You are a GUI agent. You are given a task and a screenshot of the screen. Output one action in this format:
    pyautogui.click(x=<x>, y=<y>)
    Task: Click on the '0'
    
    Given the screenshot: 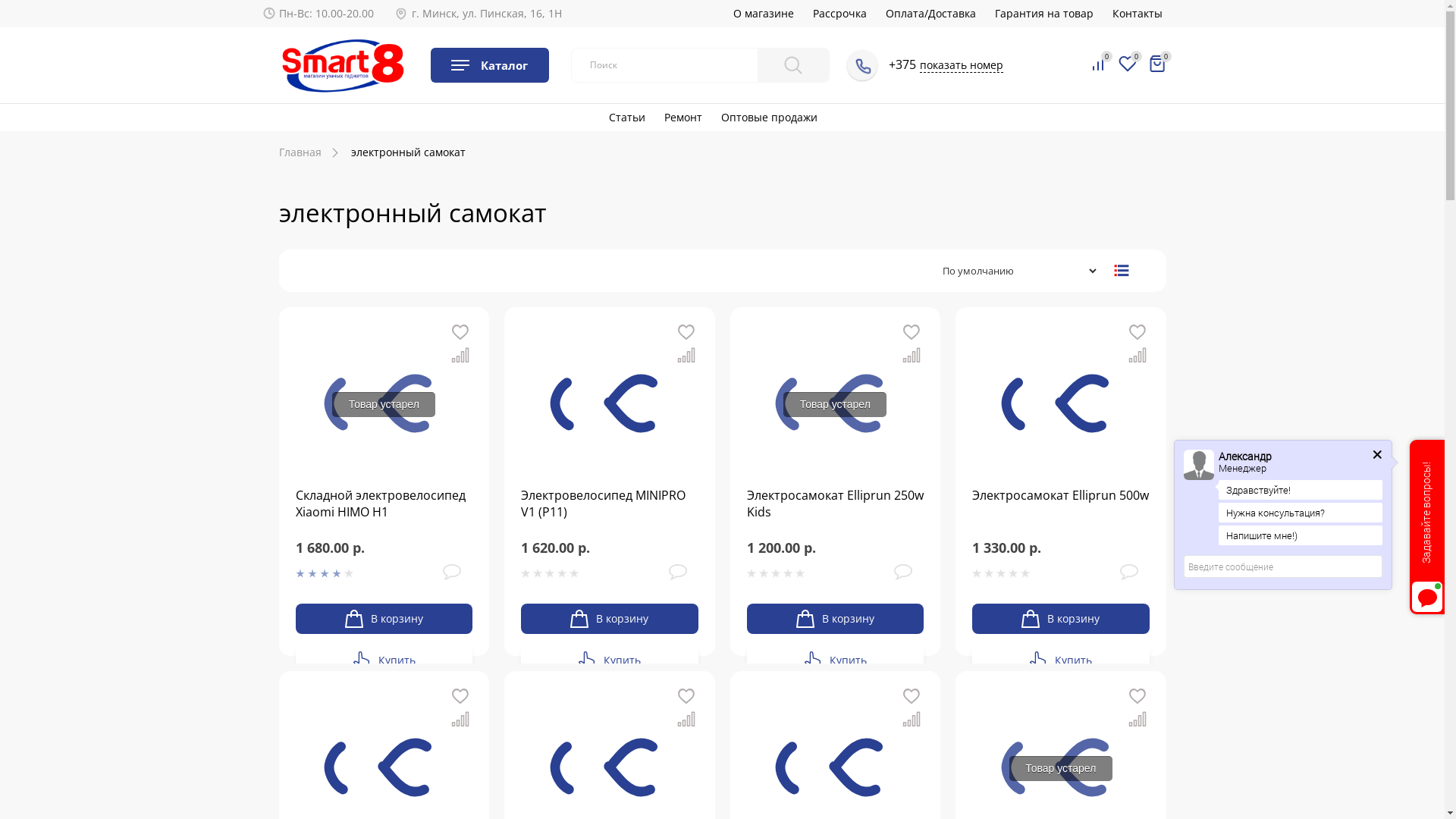 What is the action you would take?
    pyautogui.click(x=1127, y=64)
    